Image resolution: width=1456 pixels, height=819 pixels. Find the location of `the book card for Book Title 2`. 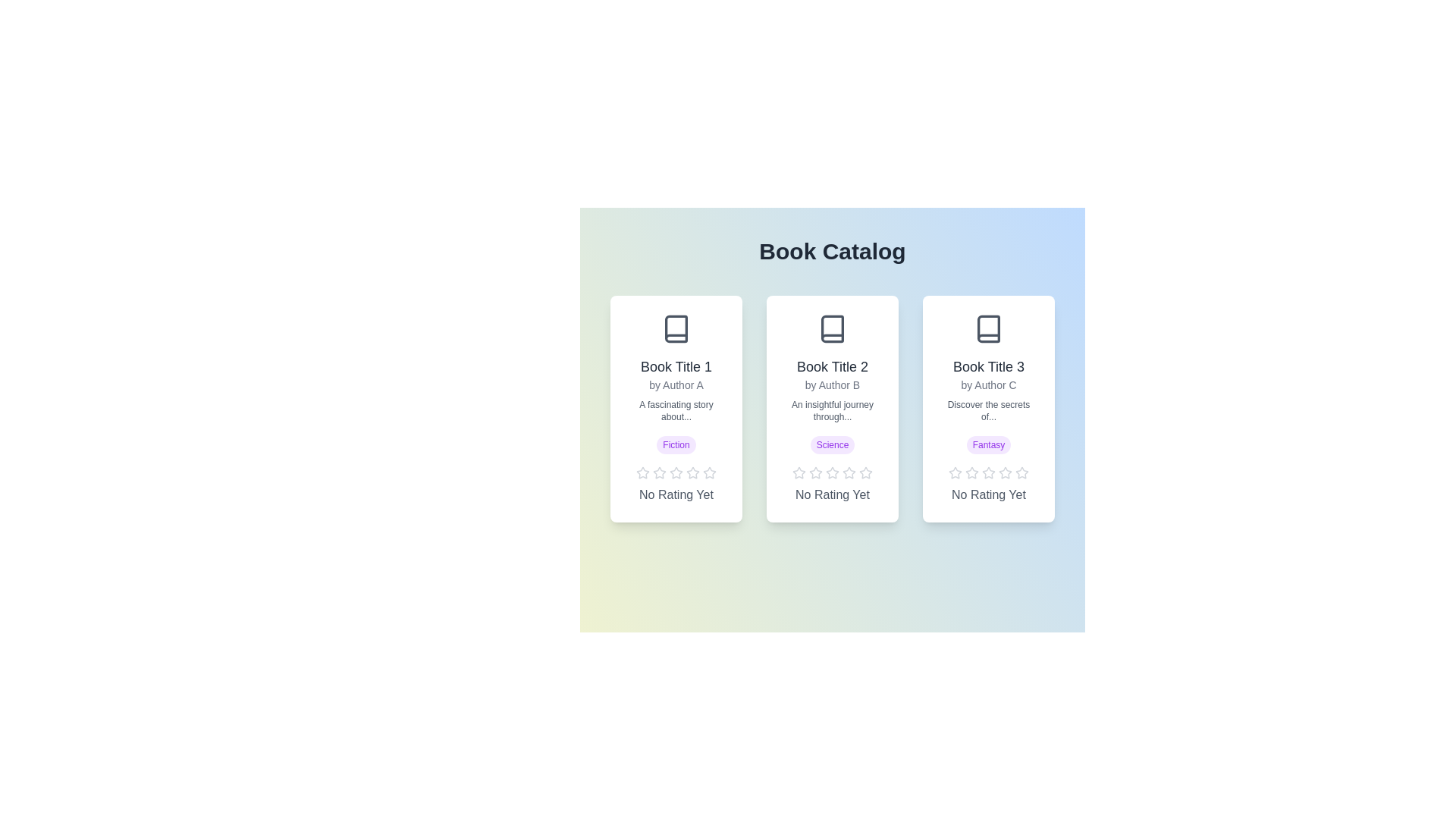

the book card for Book Title 2 is located at coordinates (832, 408).